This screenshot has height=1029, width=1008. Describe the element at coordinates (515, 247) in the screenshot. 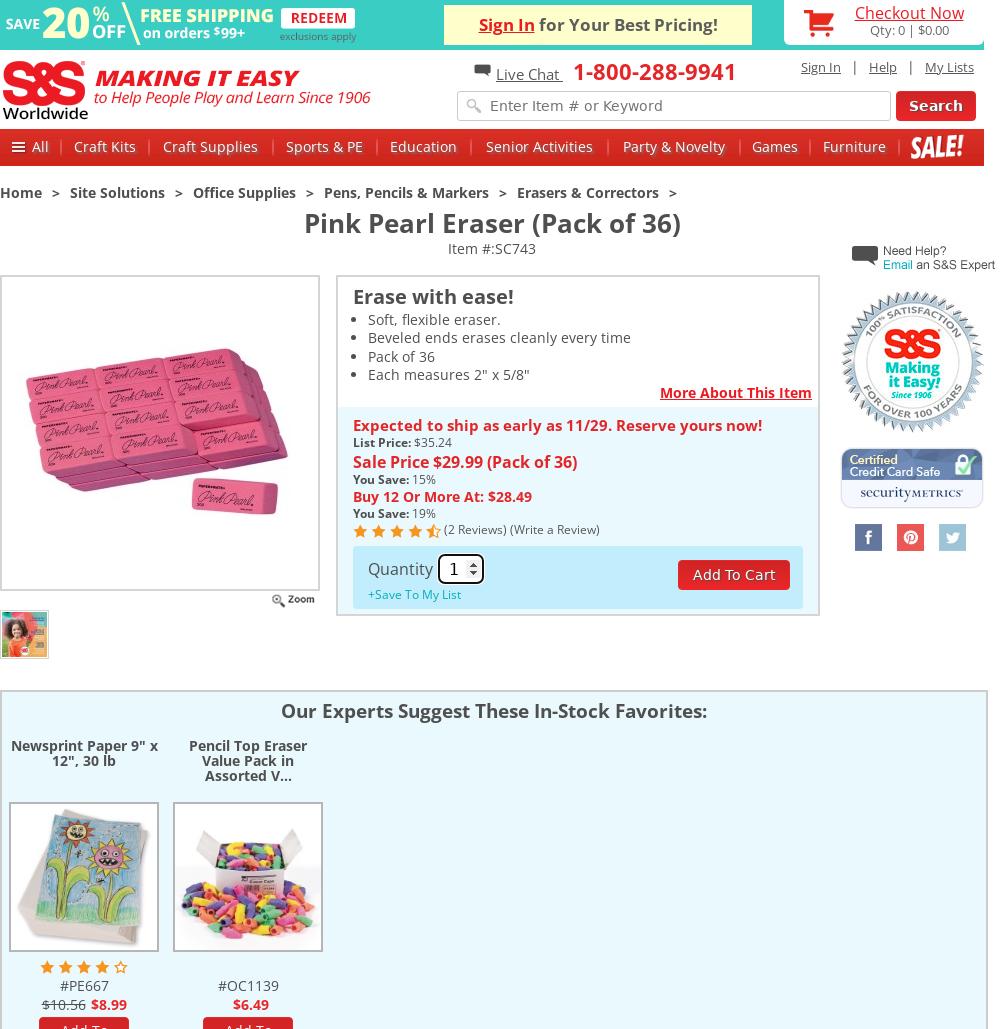

I see `'SC743'` at that location.